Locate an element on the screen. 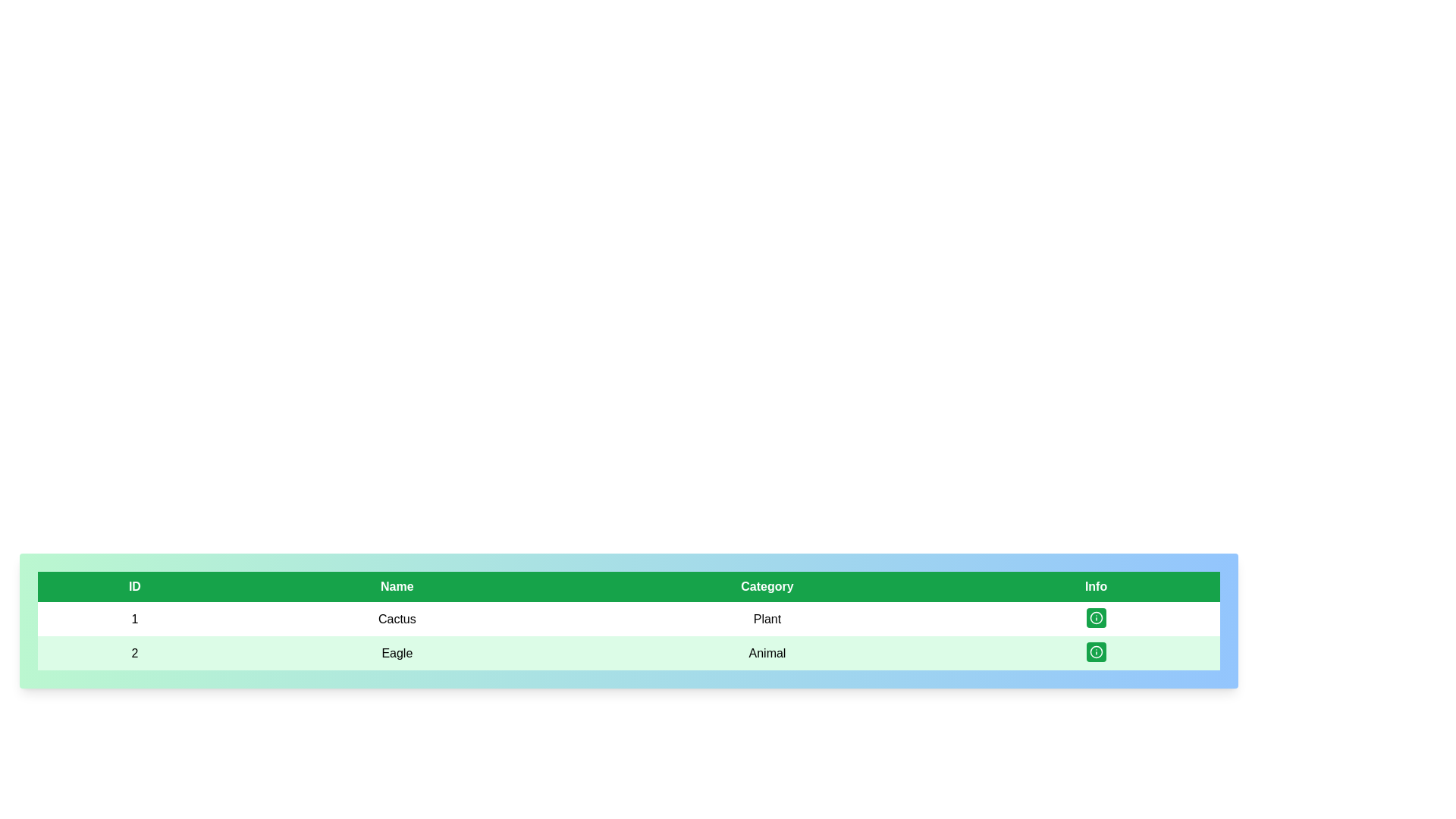 The width and height of the screenshot is (1456, 819). the information button in the last column of the second row for the entity 'Eagle' is located at coordinates (1096, 652).